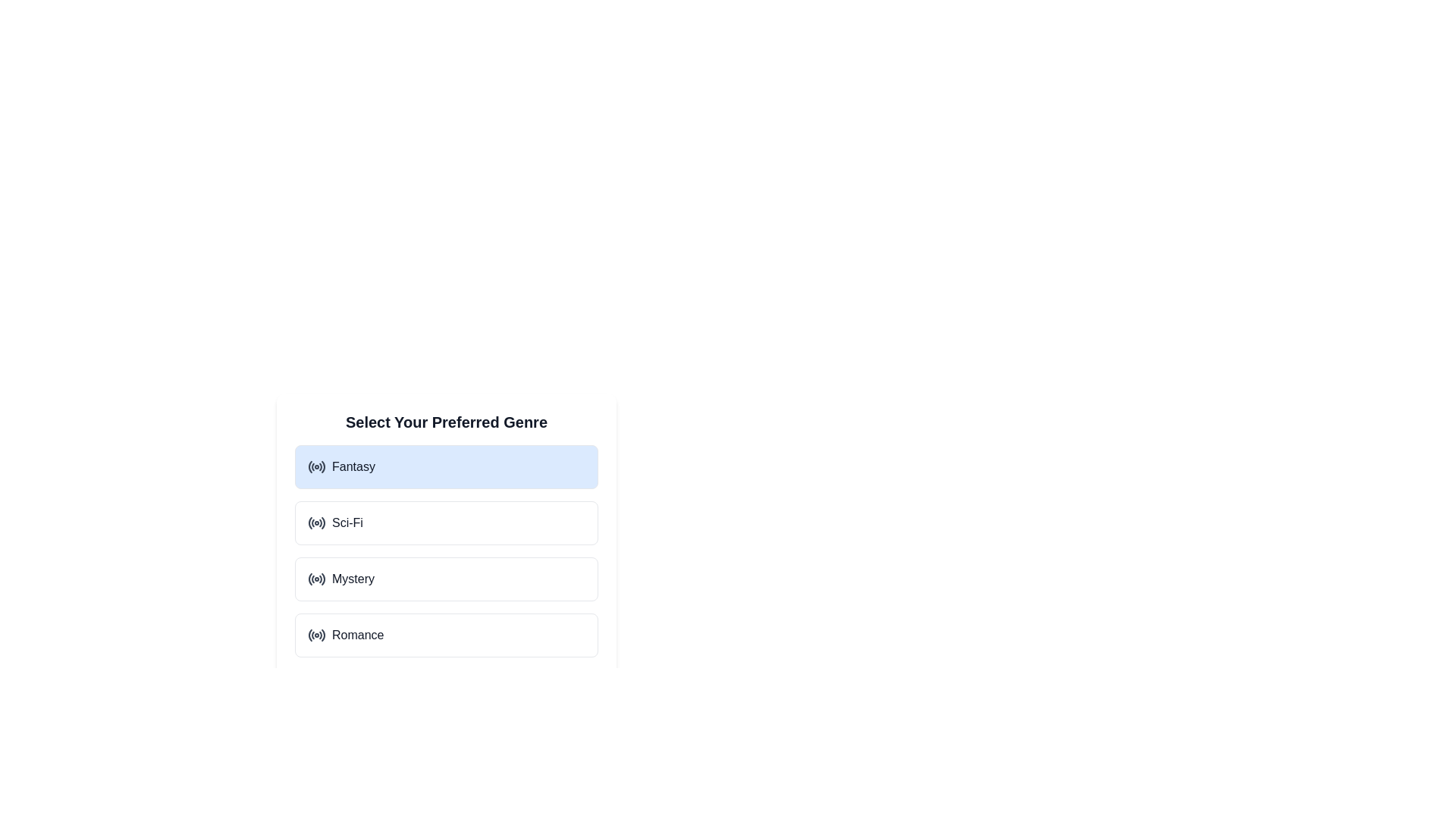  Describe the element at coordinates (309, 635) in the screenshot. I see `the outermost curved line of the radio button icon representing the 'Romance' option` at that location.